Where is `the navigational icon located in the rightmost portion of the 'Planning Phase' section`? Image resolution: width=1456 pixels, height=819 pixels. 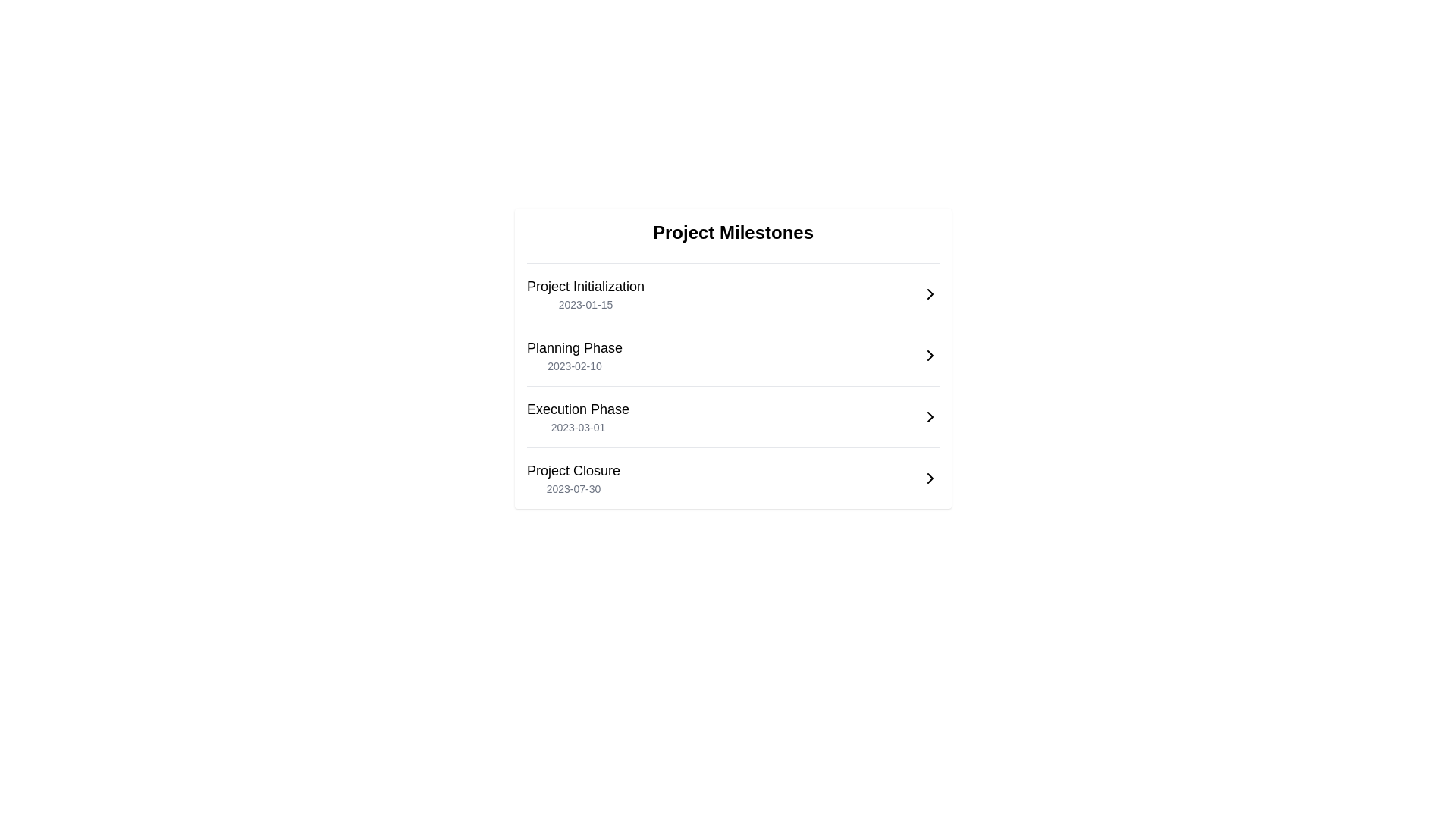 the navigational icon located in the rightmost portion of the 'Planning Phase' section is located at coordinates (930, 356).